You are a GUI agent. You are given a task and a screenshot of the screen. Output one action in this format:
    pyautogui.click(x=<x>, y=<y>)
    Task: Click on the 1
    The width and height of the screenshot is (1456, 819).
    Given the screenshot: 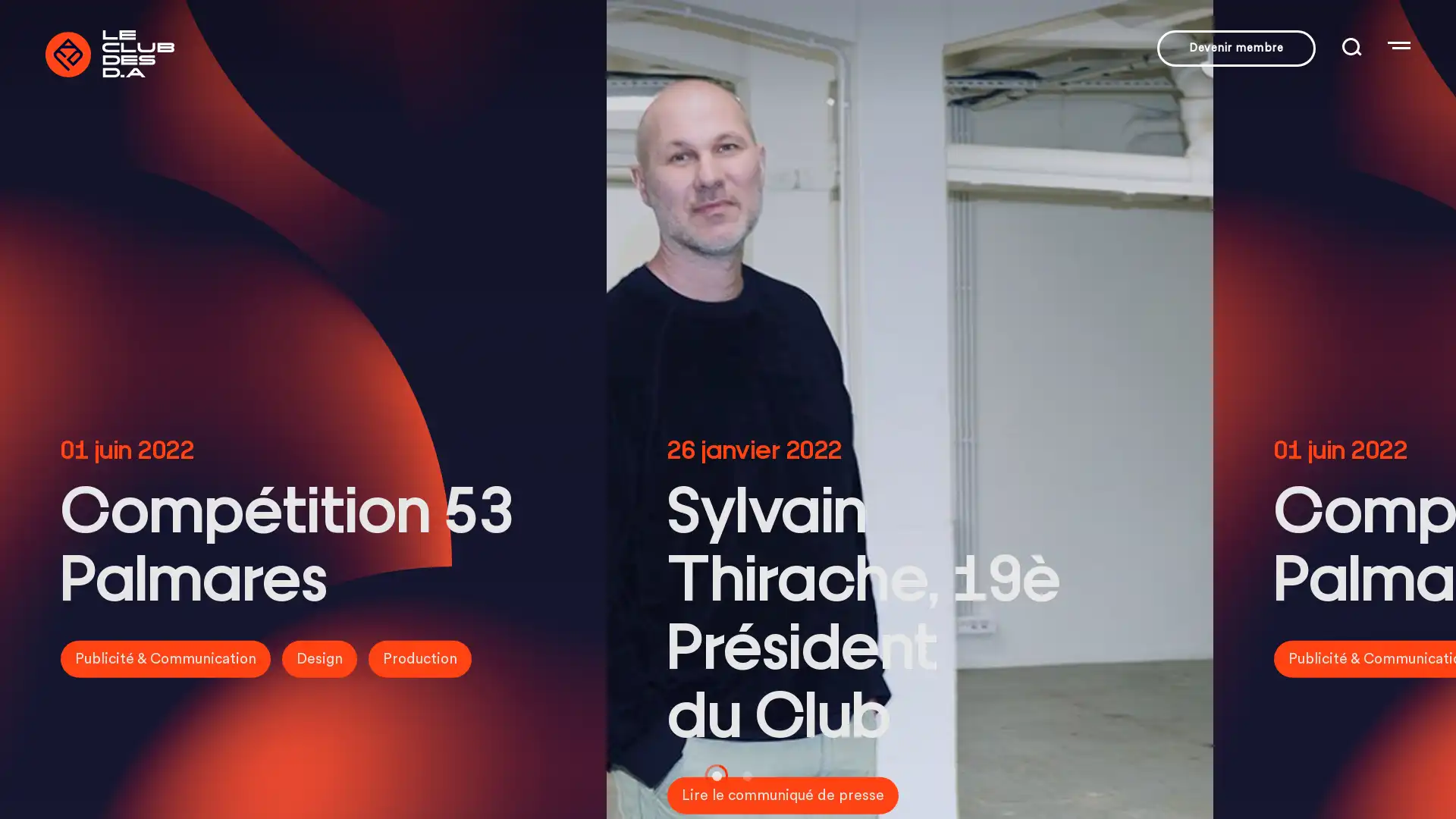 What is the action you would take?
    pyautogui.click(x=712, y=776)
    